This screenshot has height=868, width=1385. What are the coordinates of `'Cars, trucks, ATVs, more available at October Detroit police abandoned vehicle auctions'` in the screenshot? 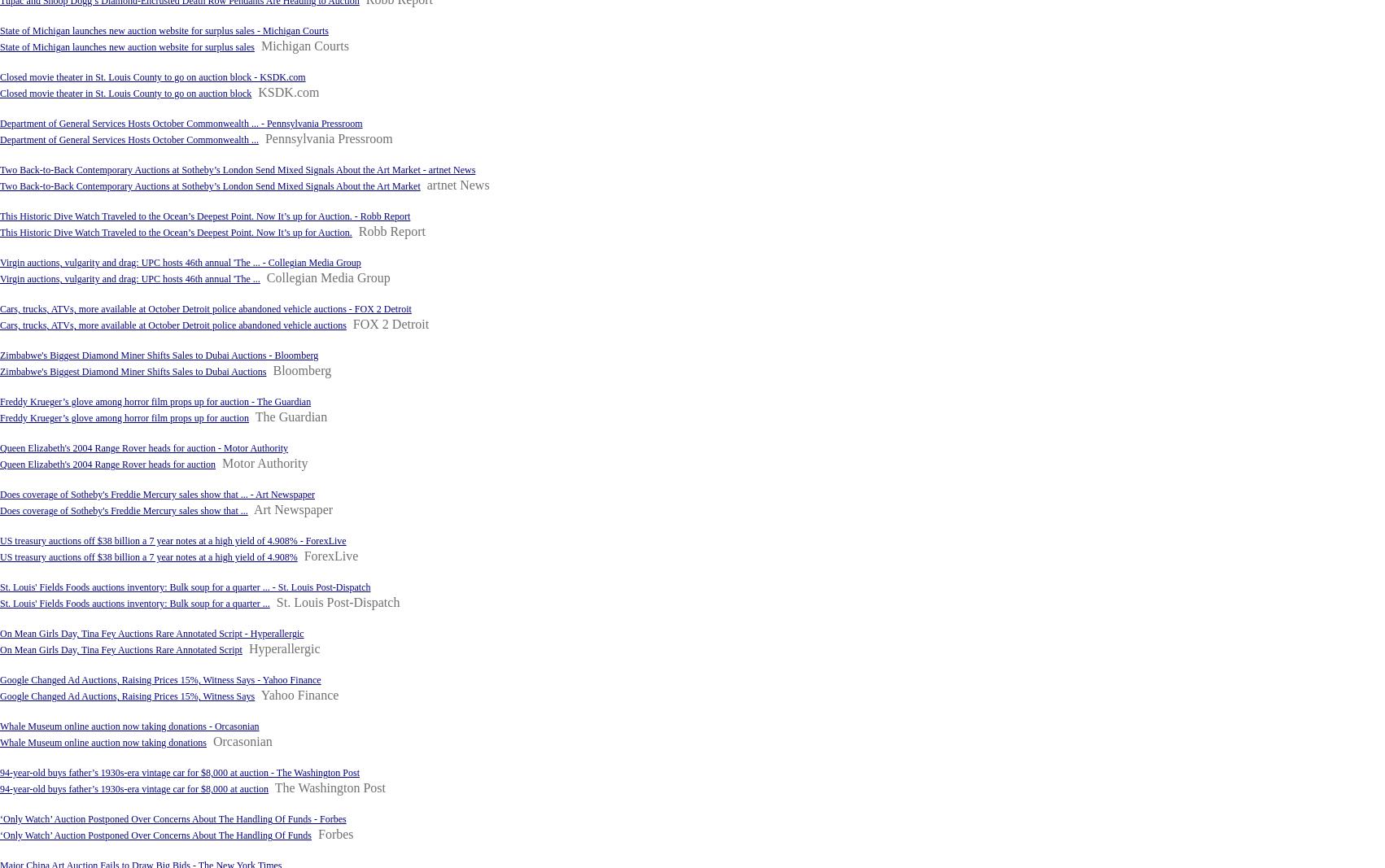 It's located at (172, 325).